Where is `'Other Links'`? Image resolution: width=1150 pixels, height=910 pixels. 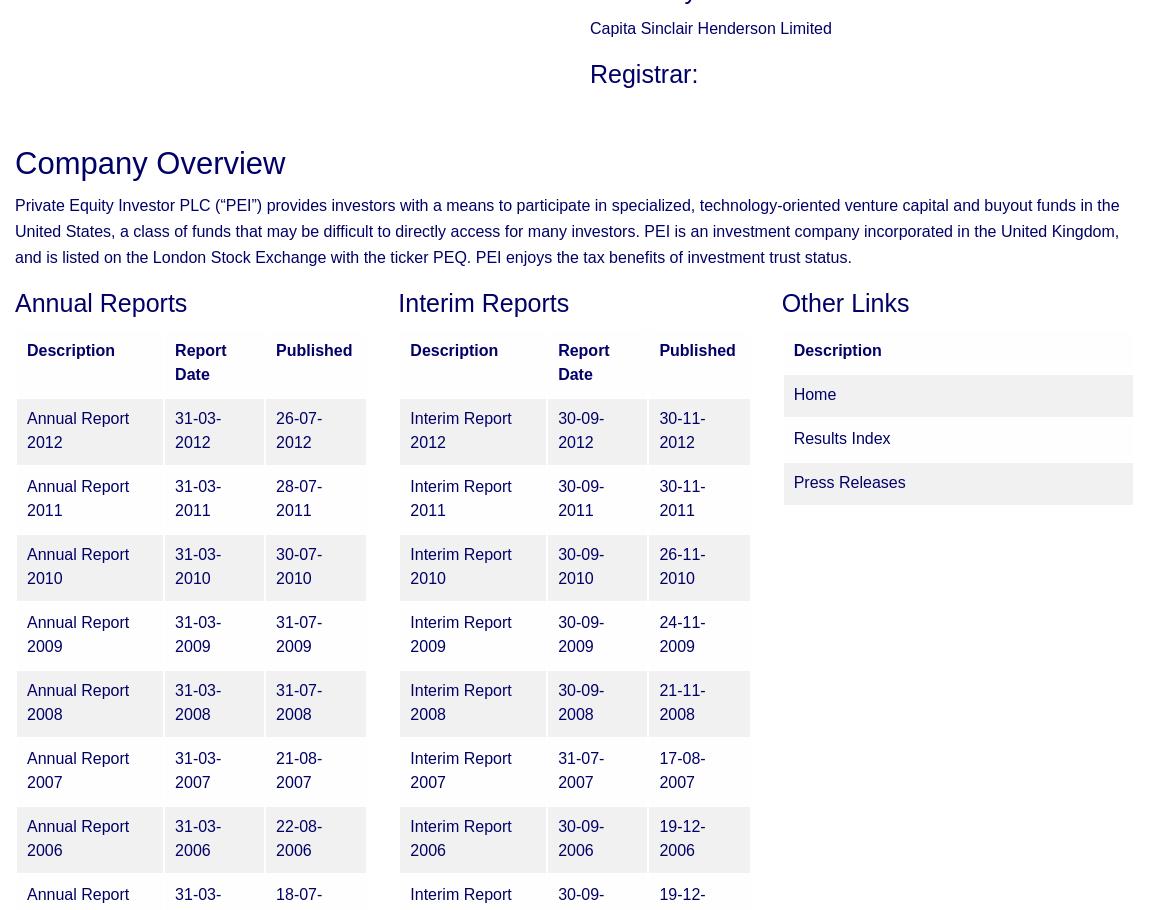
'Other Links' is located at coordinates (844, 303).